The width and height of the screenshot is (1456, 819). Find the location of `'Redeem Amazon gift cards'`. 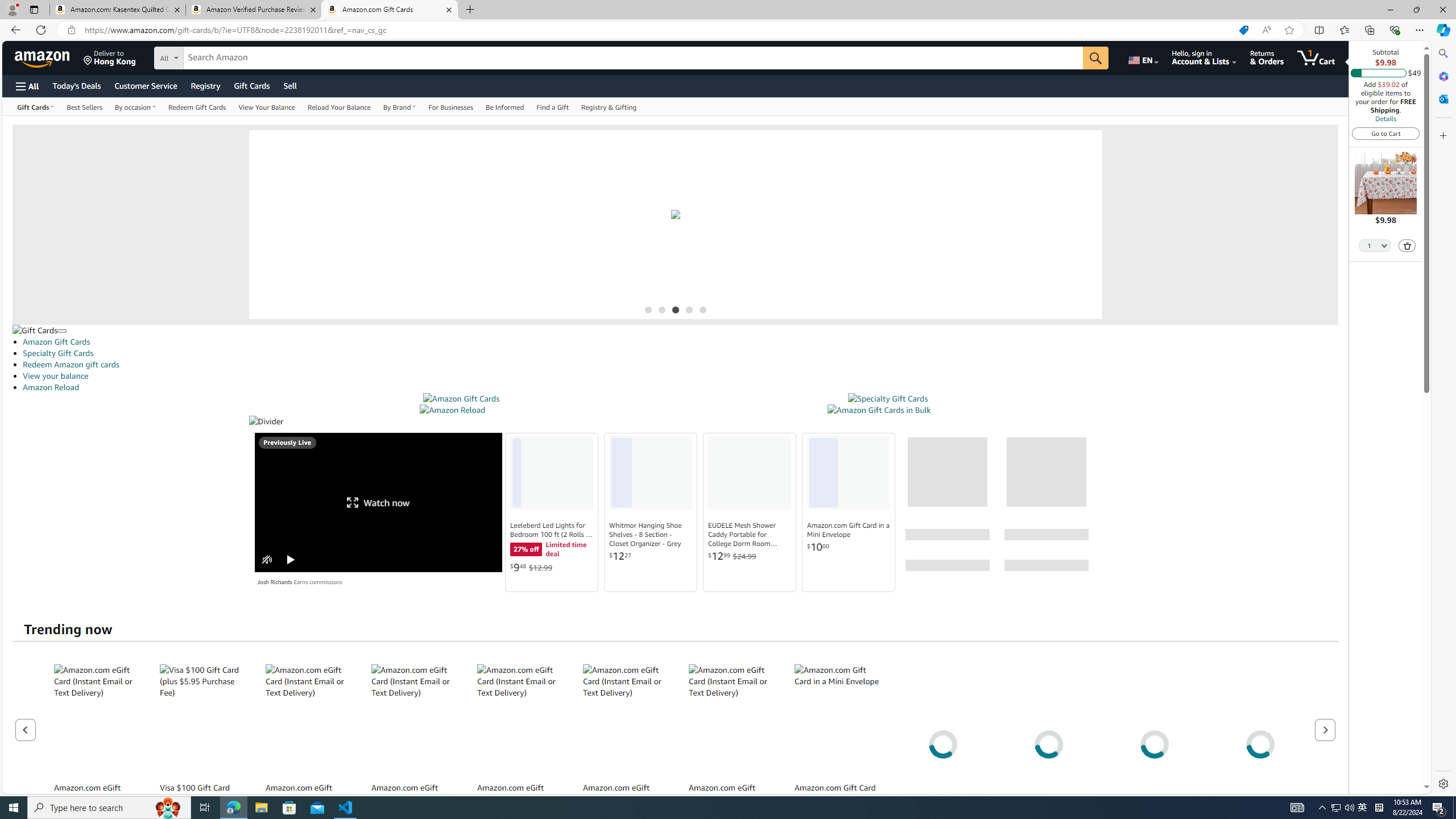

'Redeem Amazon gift cards' is located at coordinates (71, 363).